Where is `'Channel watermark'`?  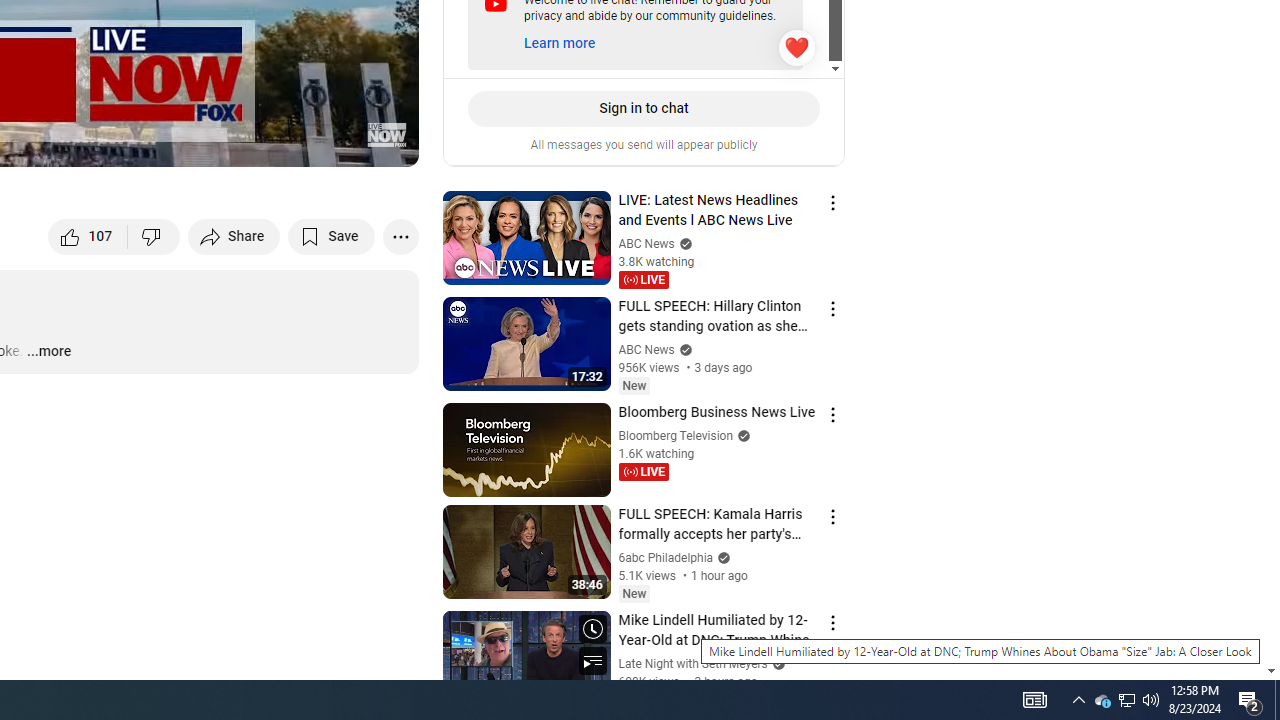 'Channel watermark' is located at coordinates (386, 135).